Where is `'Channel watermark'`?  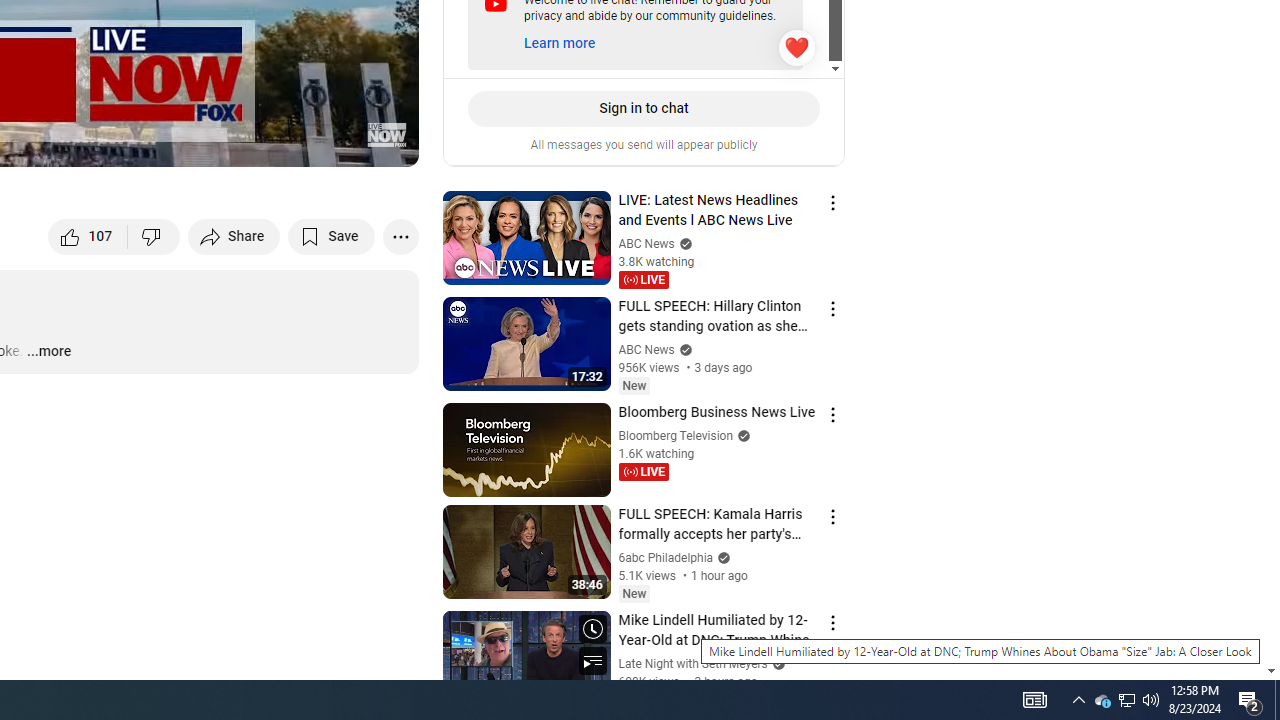 'Channel watermark' is located at coordinates (386, 135).